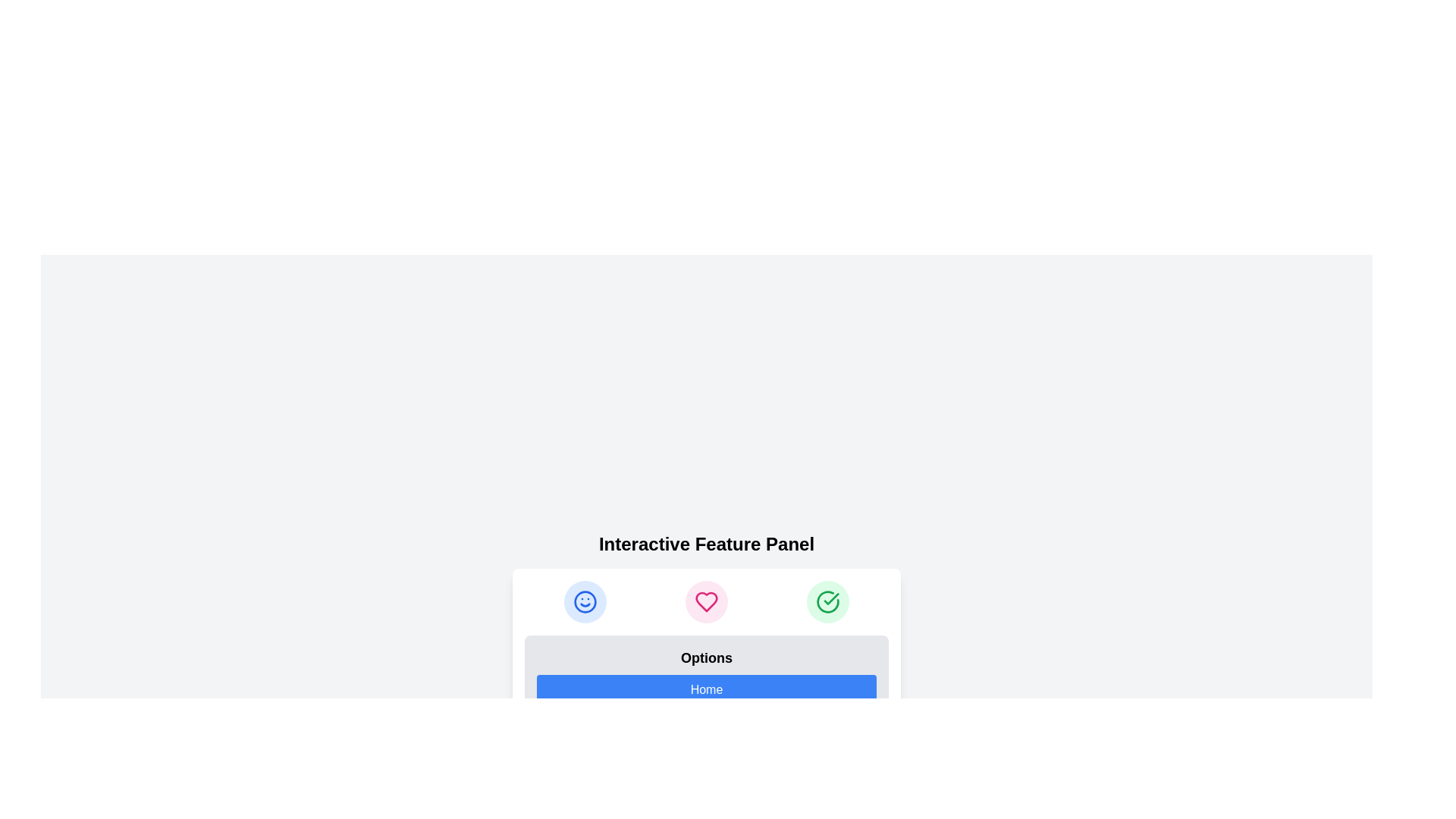 The height and width of the screenshot is (819, 1456). I want to click on the circular icon with a green checkmark in its center, which is the third icon in a horizontal row at the top of the interactive feature panel, so click(827, 601).